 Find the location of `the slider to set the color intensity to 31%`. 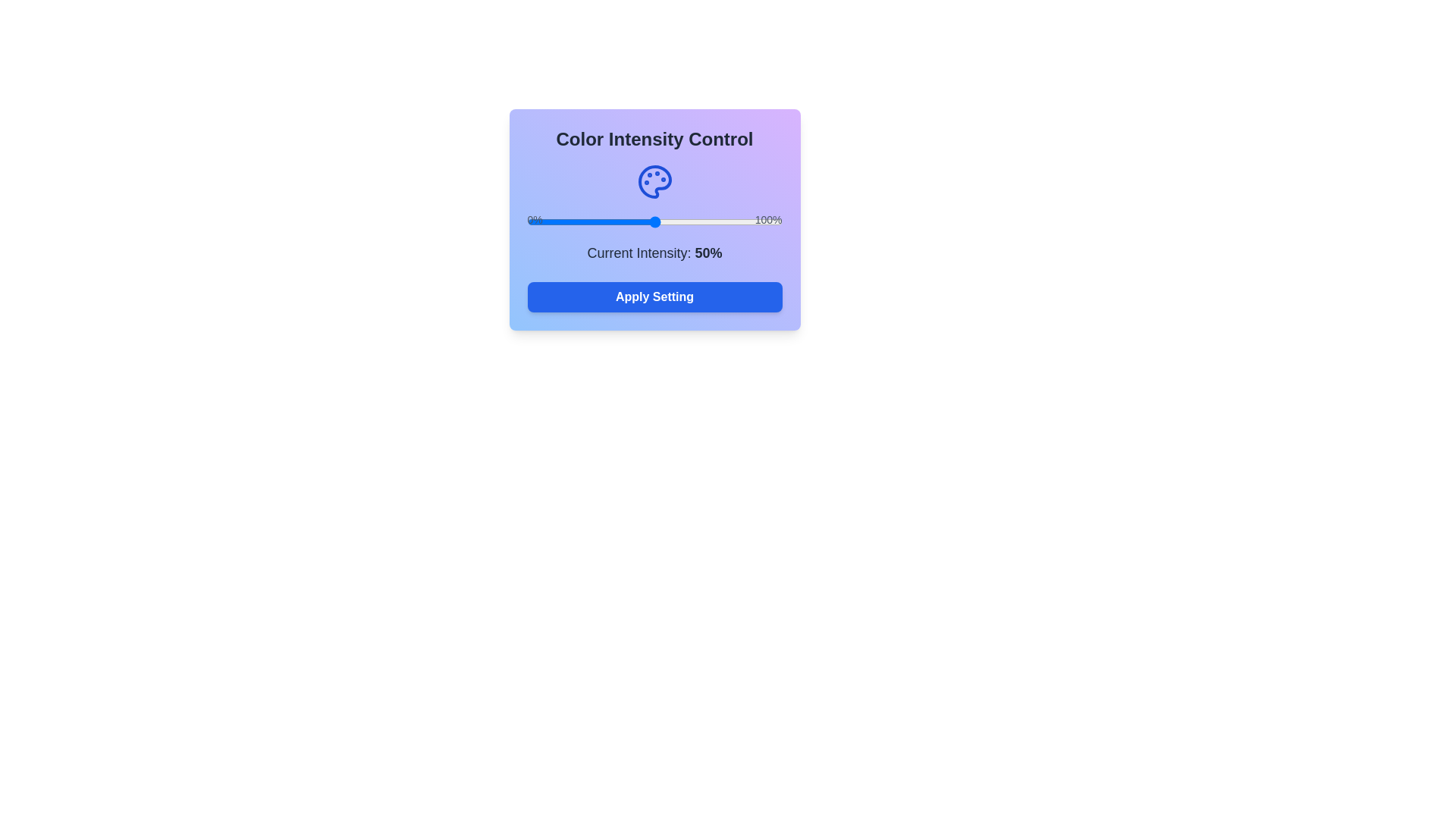

the slider to set the color intensity to 31% is located at coordinates (605, 222).